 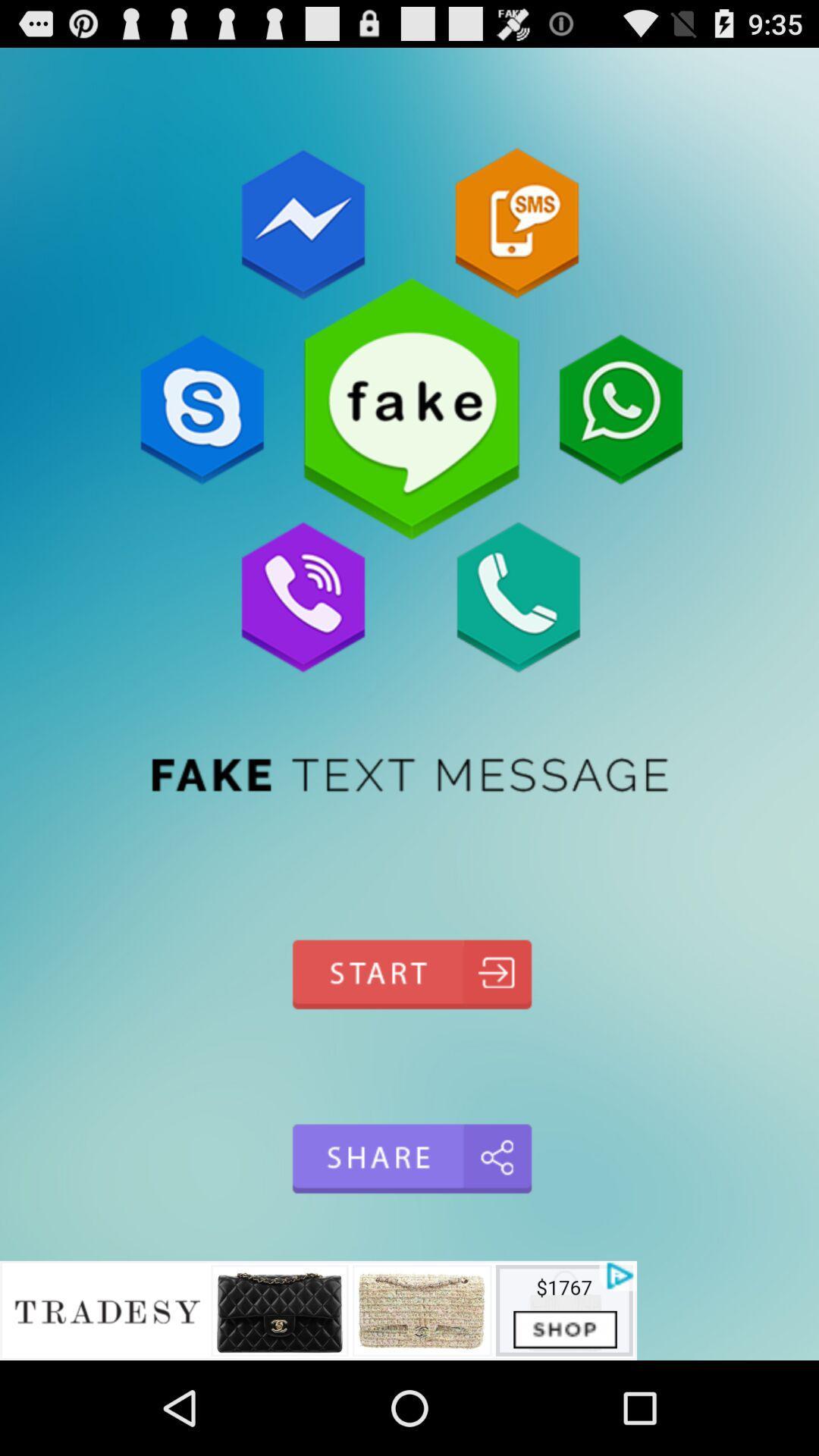 I want to click on the advertisement, so click(x=318, y=1310).